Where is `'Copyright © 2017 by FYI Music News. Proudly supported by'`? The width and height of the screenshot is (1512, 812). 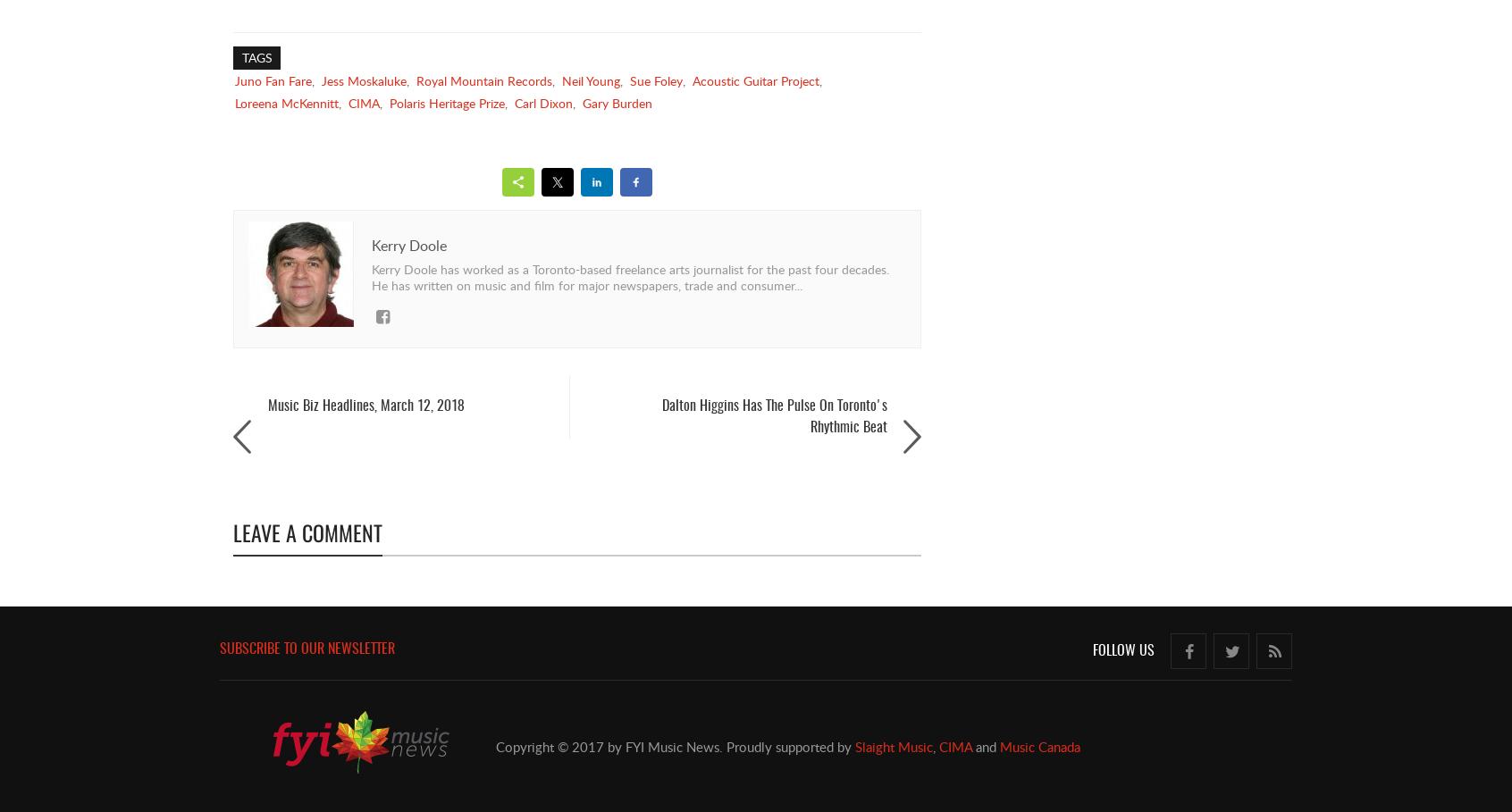 'Copyright © 2017 by FYI Music News. Proudly supported by' is located at coordinates (674, 746).